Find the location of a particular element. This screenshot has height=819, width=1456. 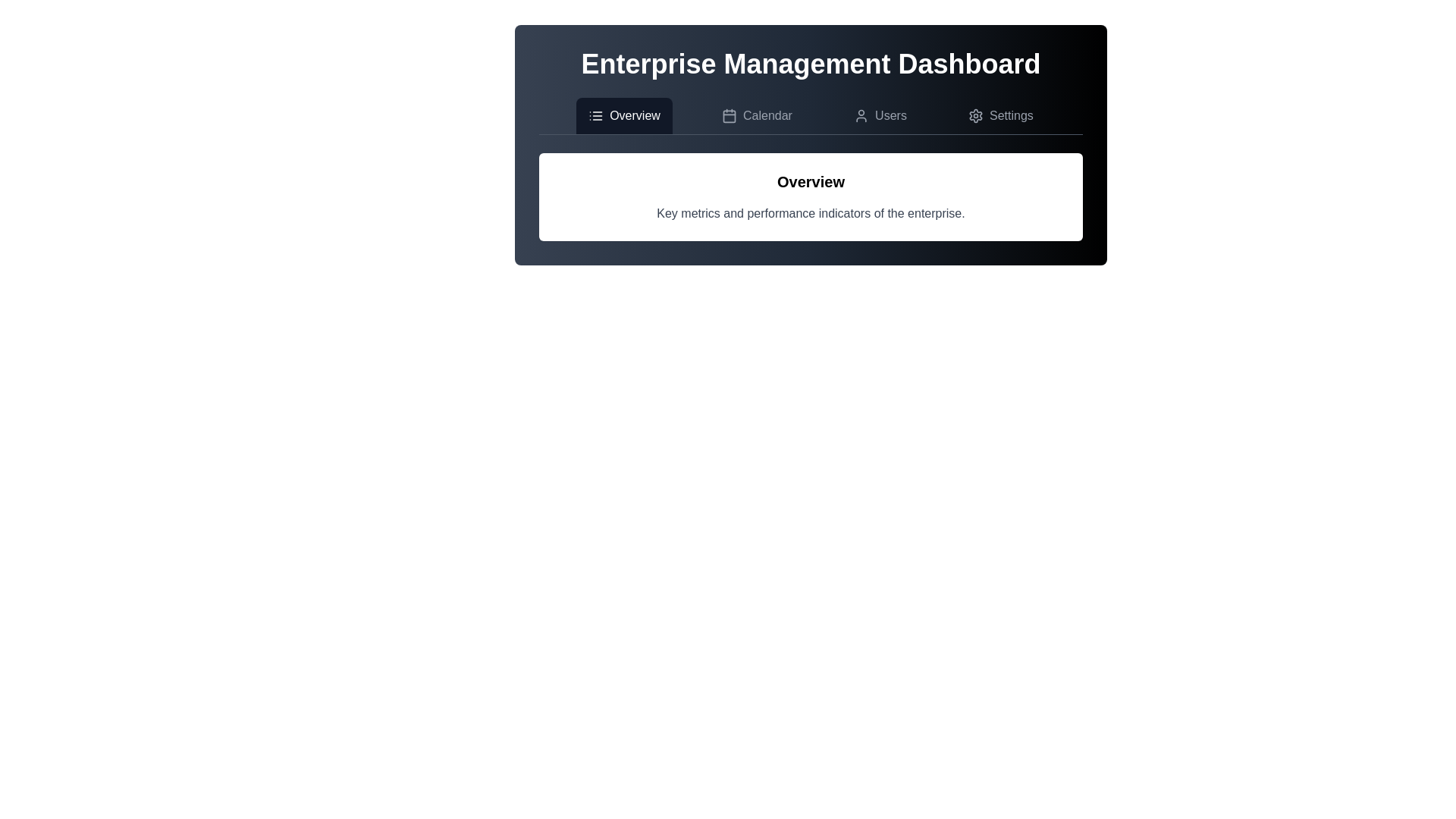

the cogwheel-like settings icon located at the top-right corner of the navigation bar is located at coordinates (975, 115).